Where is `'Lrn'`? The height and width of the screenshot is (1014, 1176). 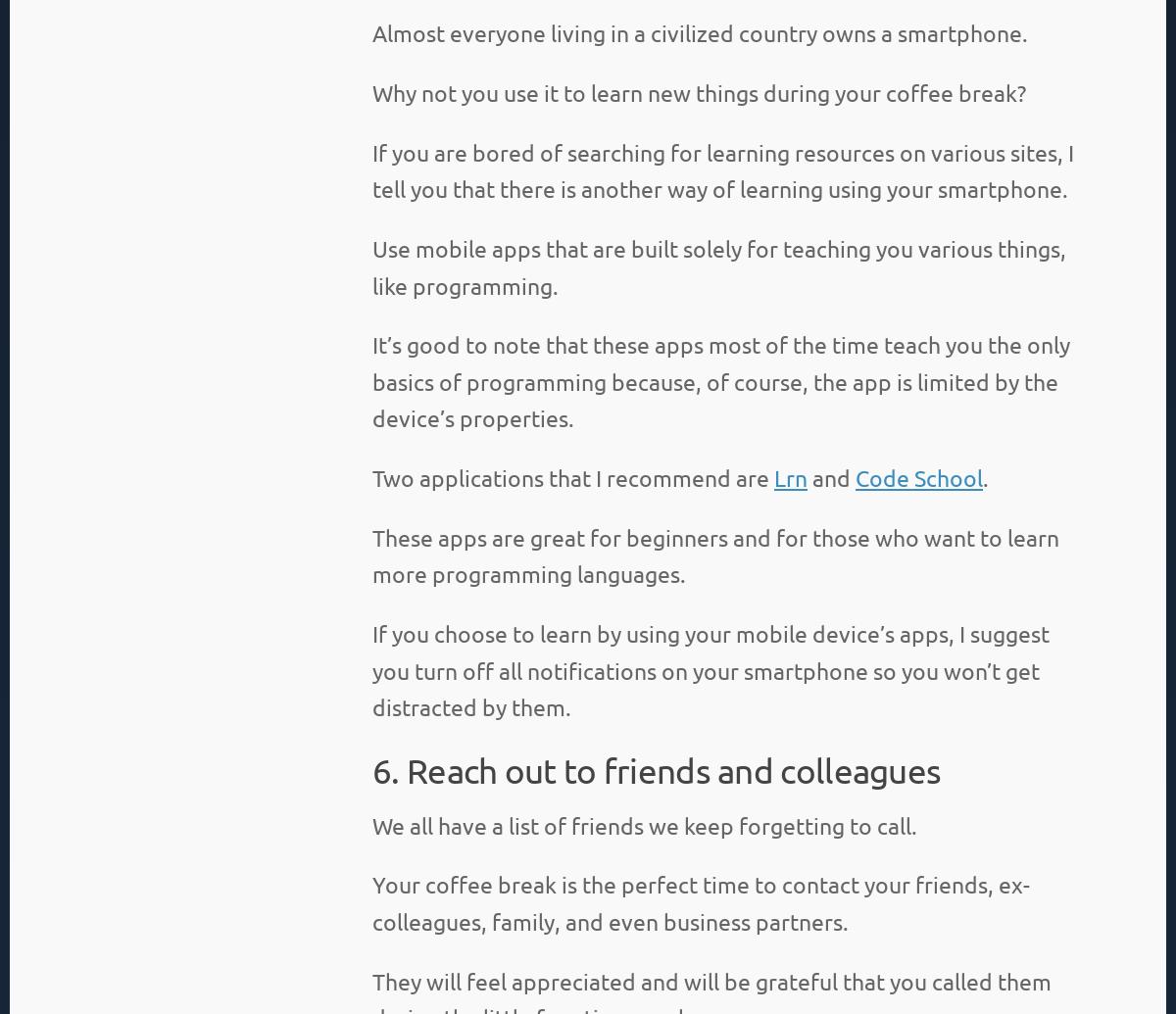
'Lrn' is located at coordinates (772, 477).